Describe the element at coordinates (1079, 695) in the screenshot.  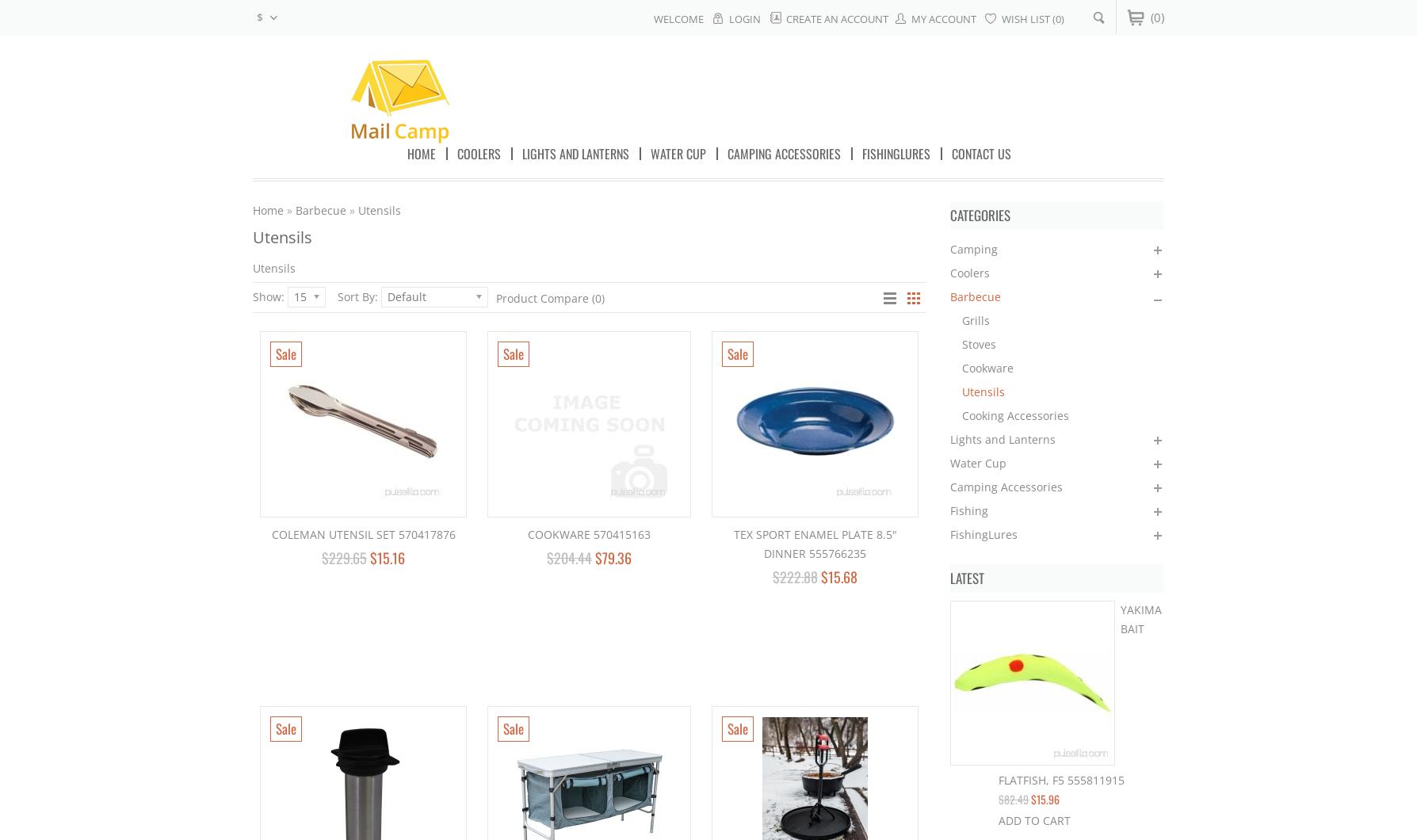
I see `'Yakima Bait Flatfish, F5   555811915'` at that location.